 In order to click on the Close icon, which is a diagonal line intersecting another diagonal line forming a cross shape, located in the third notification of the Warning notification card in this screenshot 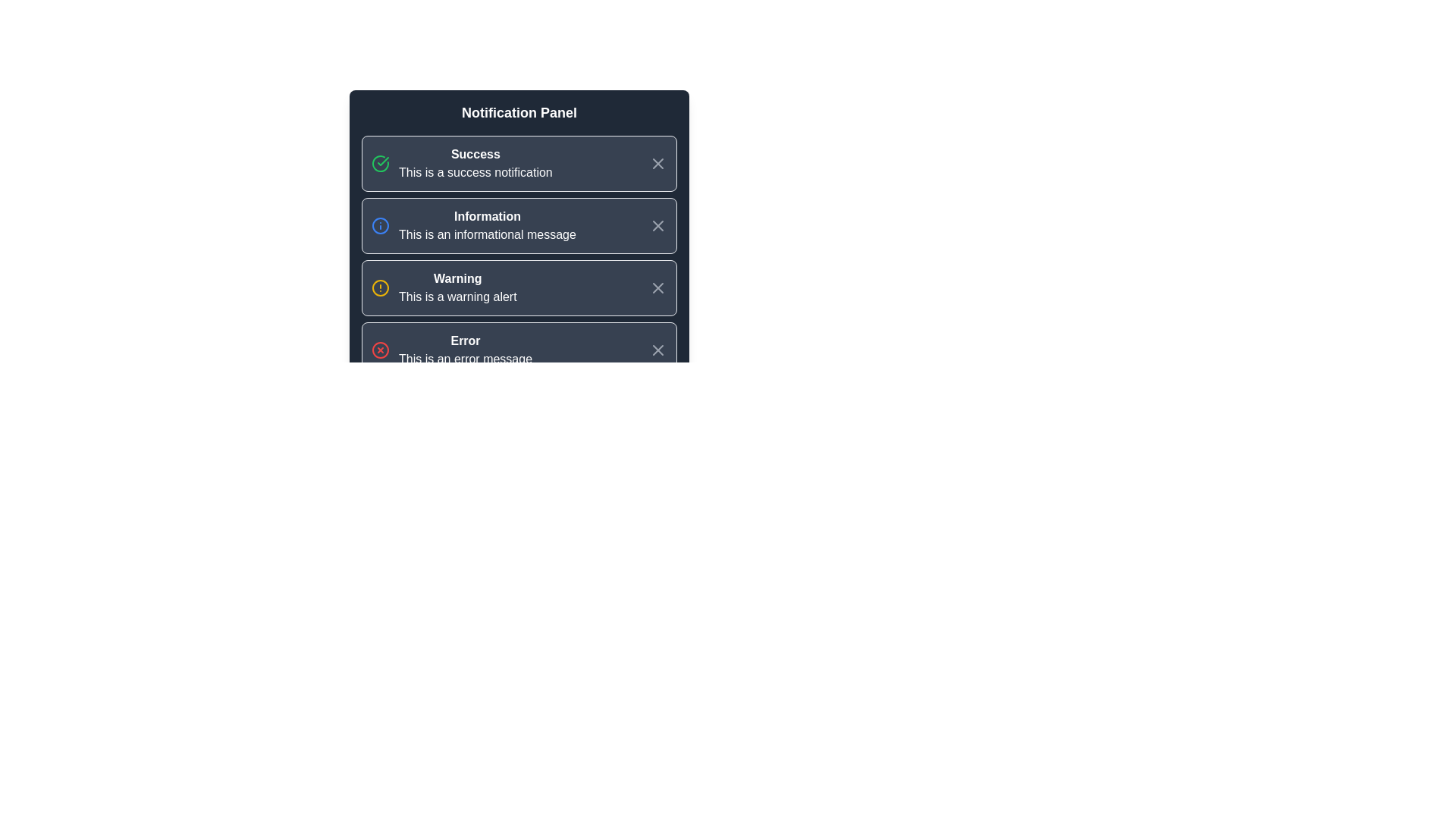, I will do `click(658, 288)`.